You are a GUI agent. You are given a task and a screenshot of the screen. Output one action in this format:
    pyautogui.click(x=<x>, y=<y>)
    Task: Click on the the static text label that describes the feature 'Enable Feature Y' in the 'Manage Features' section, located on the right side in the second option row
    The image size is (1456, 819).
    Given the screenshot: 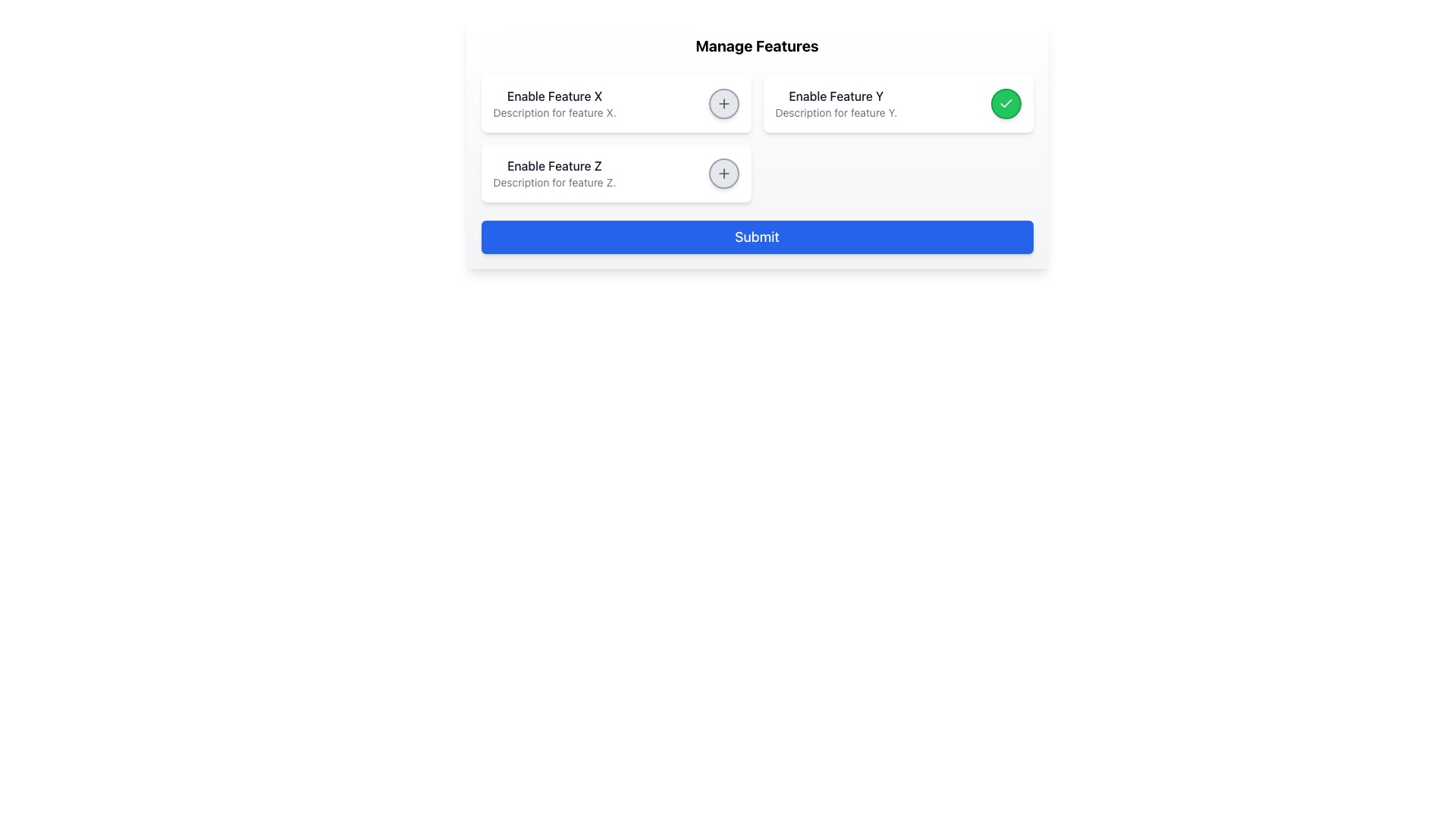 What is the action you would take?
    pyautogui.click(x=835, y=96)
    